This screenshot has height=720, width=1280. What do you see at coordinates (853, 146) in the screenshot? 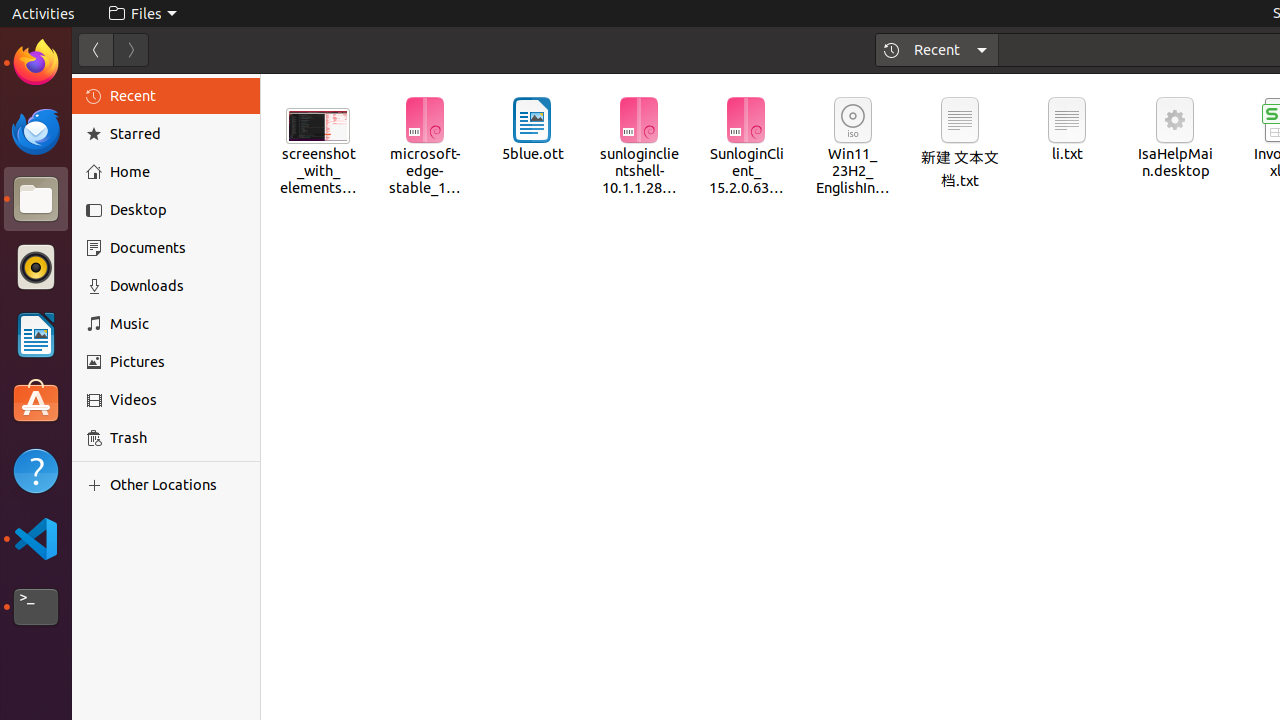
I see `'Win11_23H2_EnglishInternational_x64v2.iso'` at bounding box center [853, 146].